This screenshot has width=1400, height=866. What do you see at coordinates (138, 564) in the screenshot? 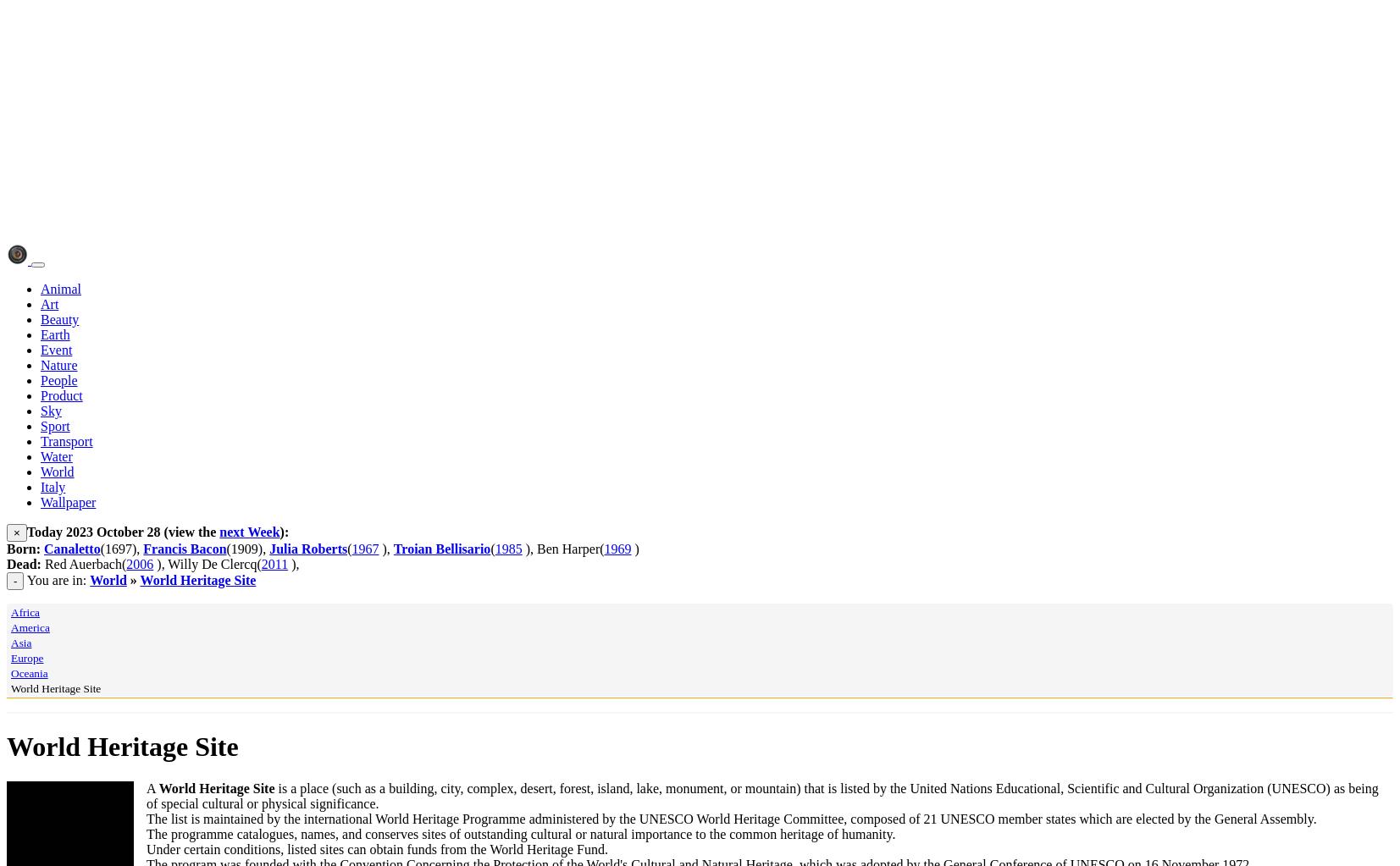
I see `'2006'` at bounding box center [138, 564].